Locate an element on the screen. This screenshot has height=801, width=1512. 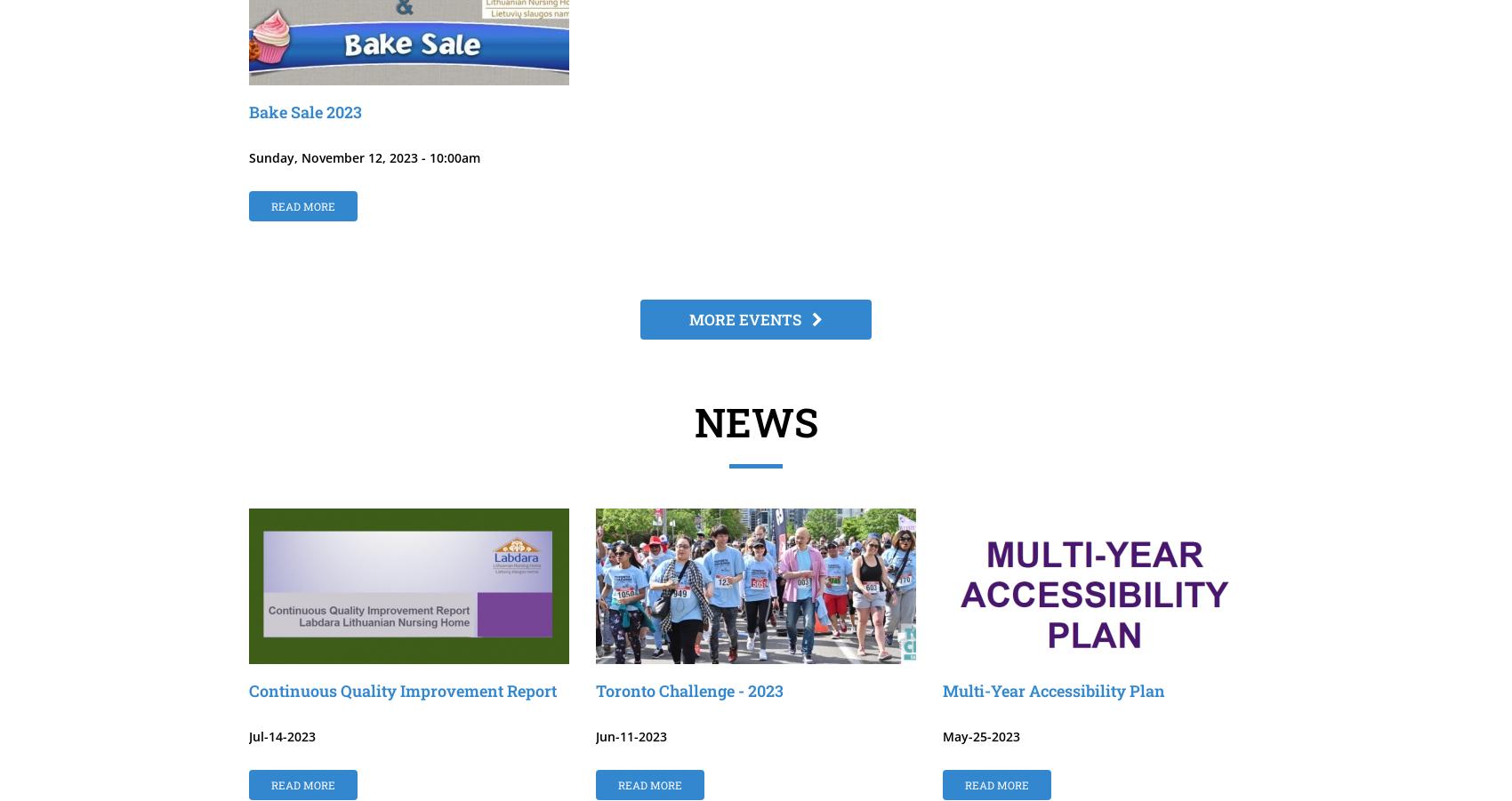
'Continuous Quality Improvement Report' is located at coordinates (403, 690).